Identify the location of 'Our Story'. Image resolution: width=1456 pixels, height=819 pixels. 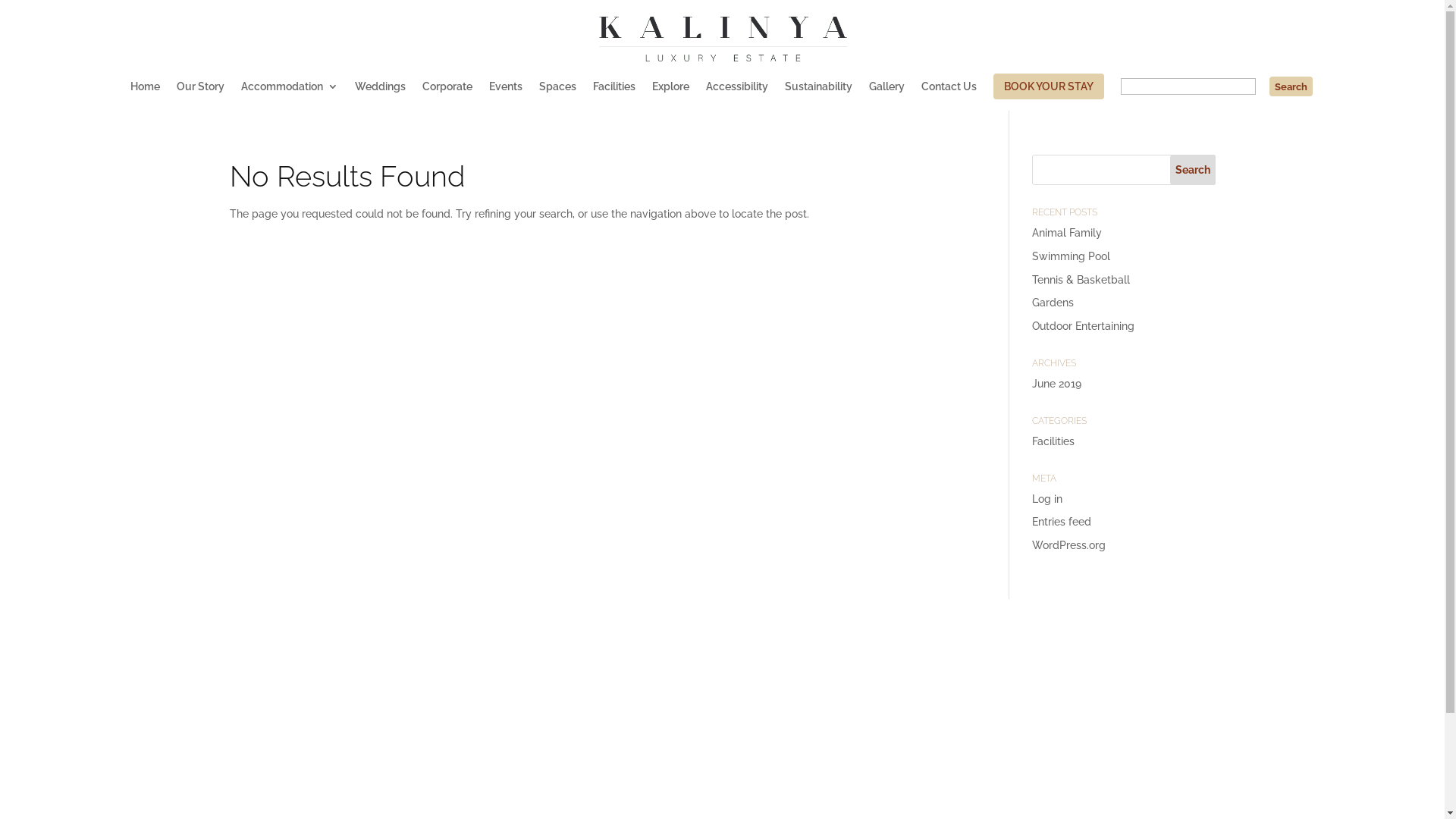
(199, 93).